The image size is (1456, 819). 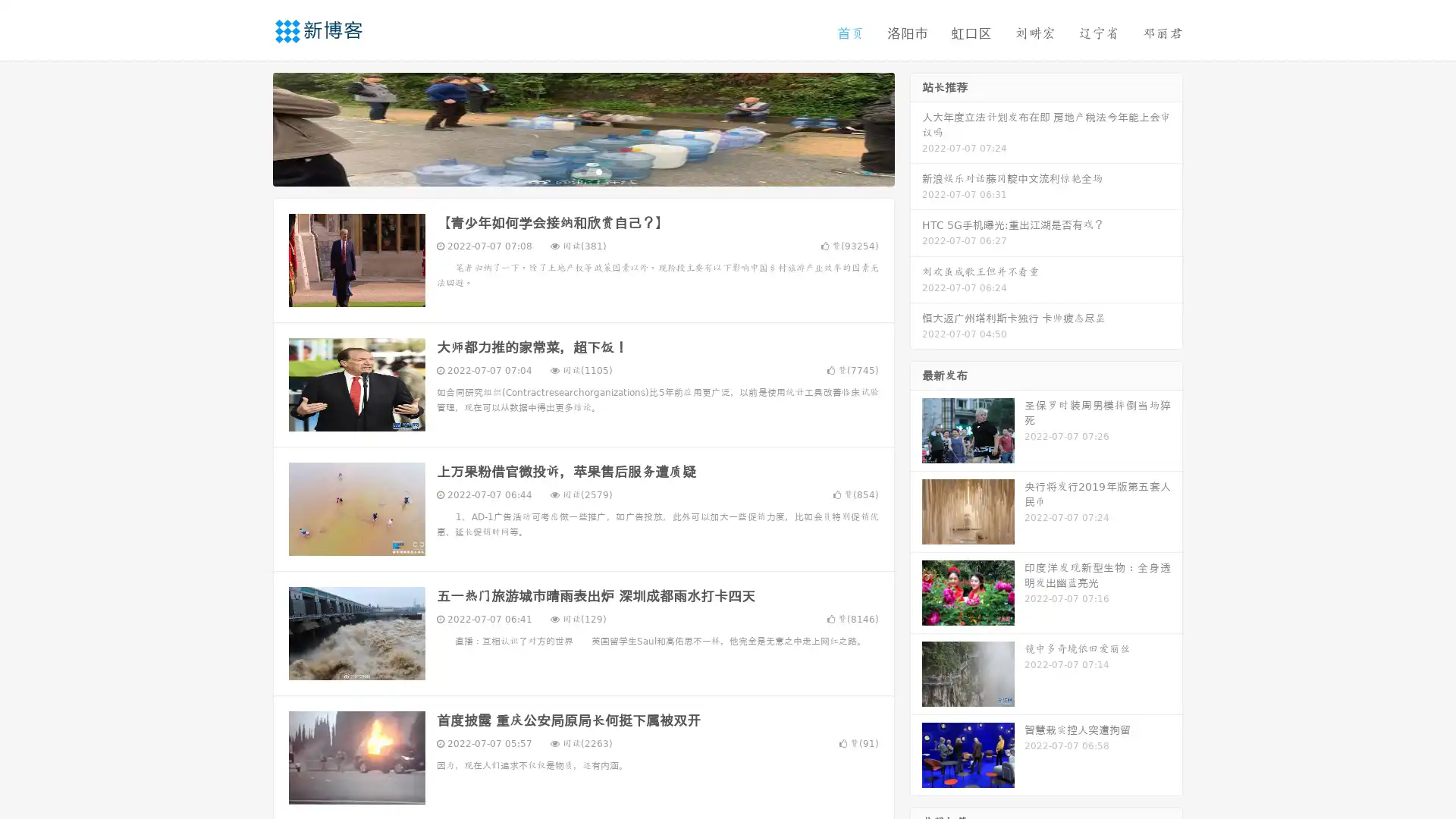 I want to click on Go to slide 2, so click(x=582, y=171).